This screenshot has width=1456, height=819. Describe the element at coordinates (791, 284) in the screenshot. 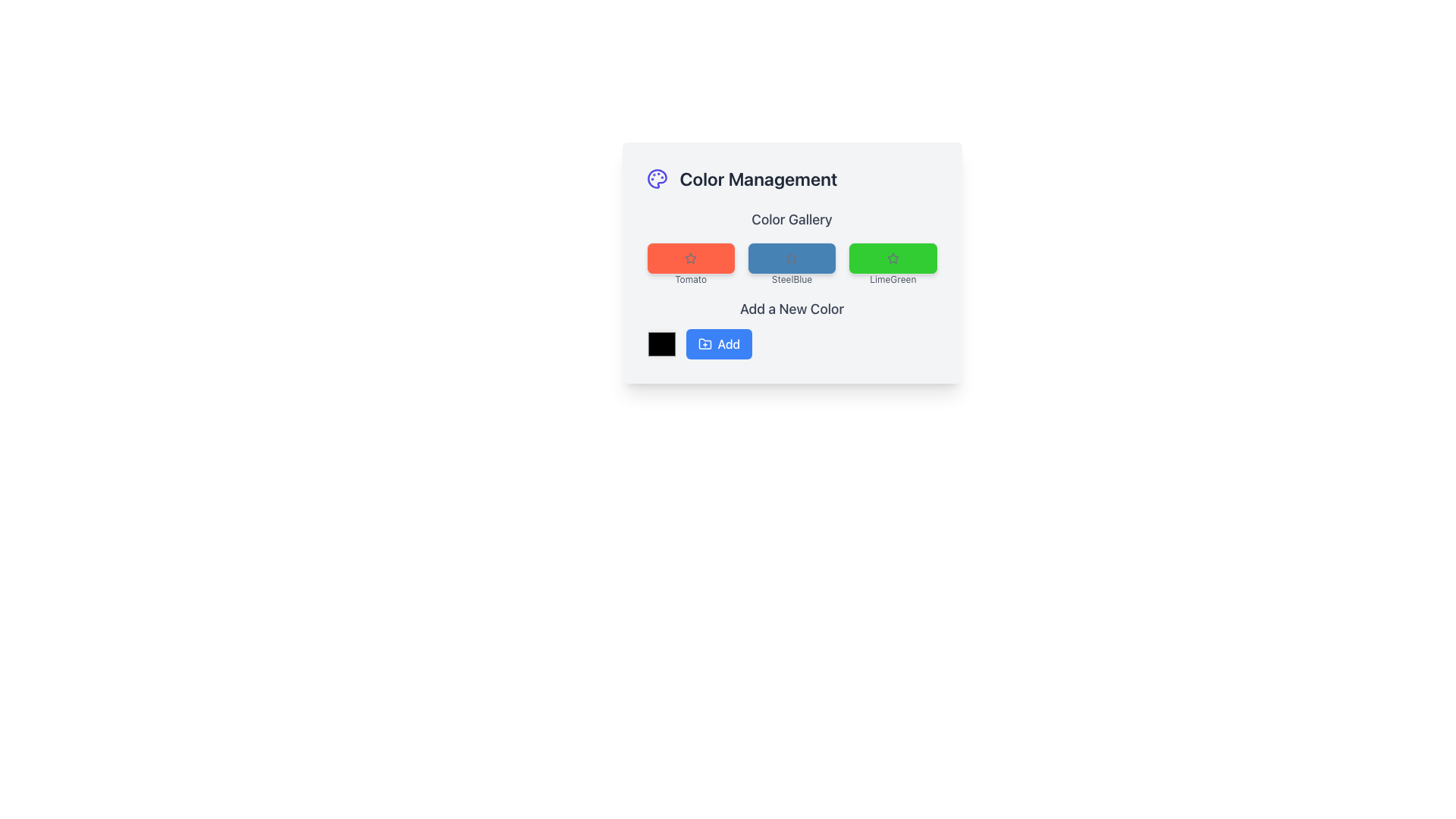

I see `the Color Selection Tile labeled 'SteelBlue' which is a rounded rectangle with a blue fill and a star icon above the text` at that location.